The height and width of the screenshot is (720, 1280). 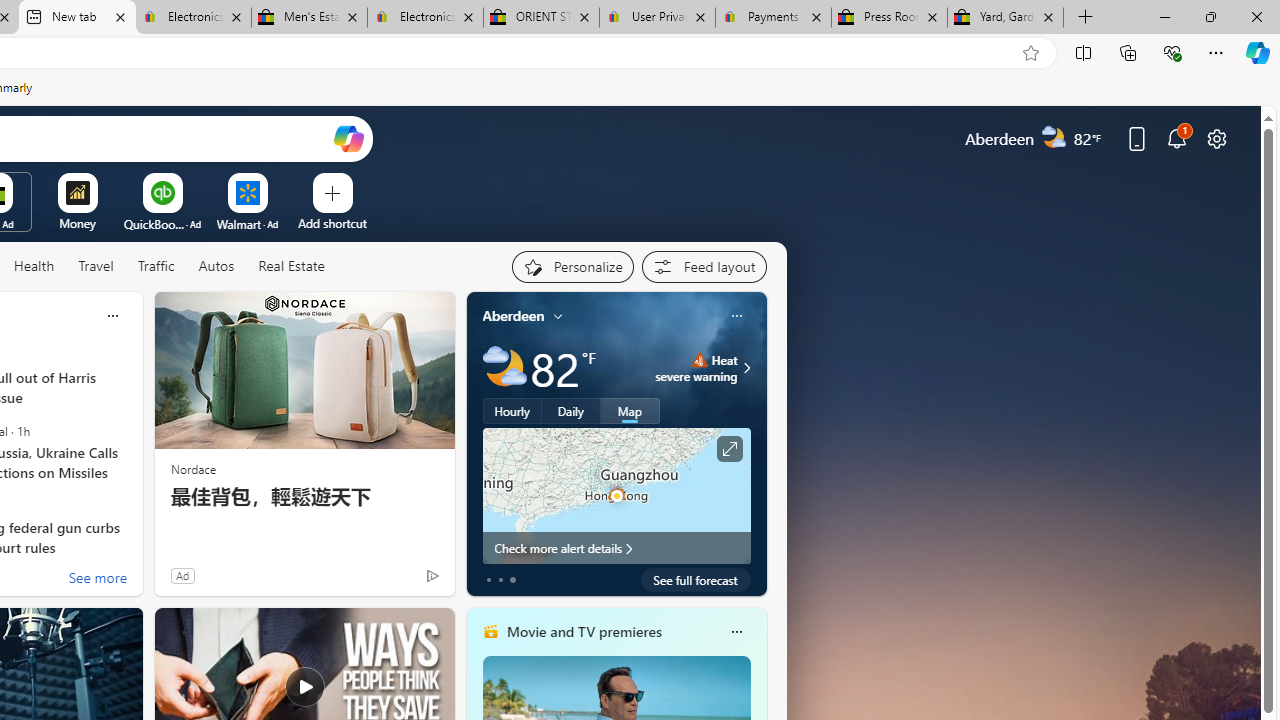 I want to click on 'Aberdeen', so click(x=513, y=315).